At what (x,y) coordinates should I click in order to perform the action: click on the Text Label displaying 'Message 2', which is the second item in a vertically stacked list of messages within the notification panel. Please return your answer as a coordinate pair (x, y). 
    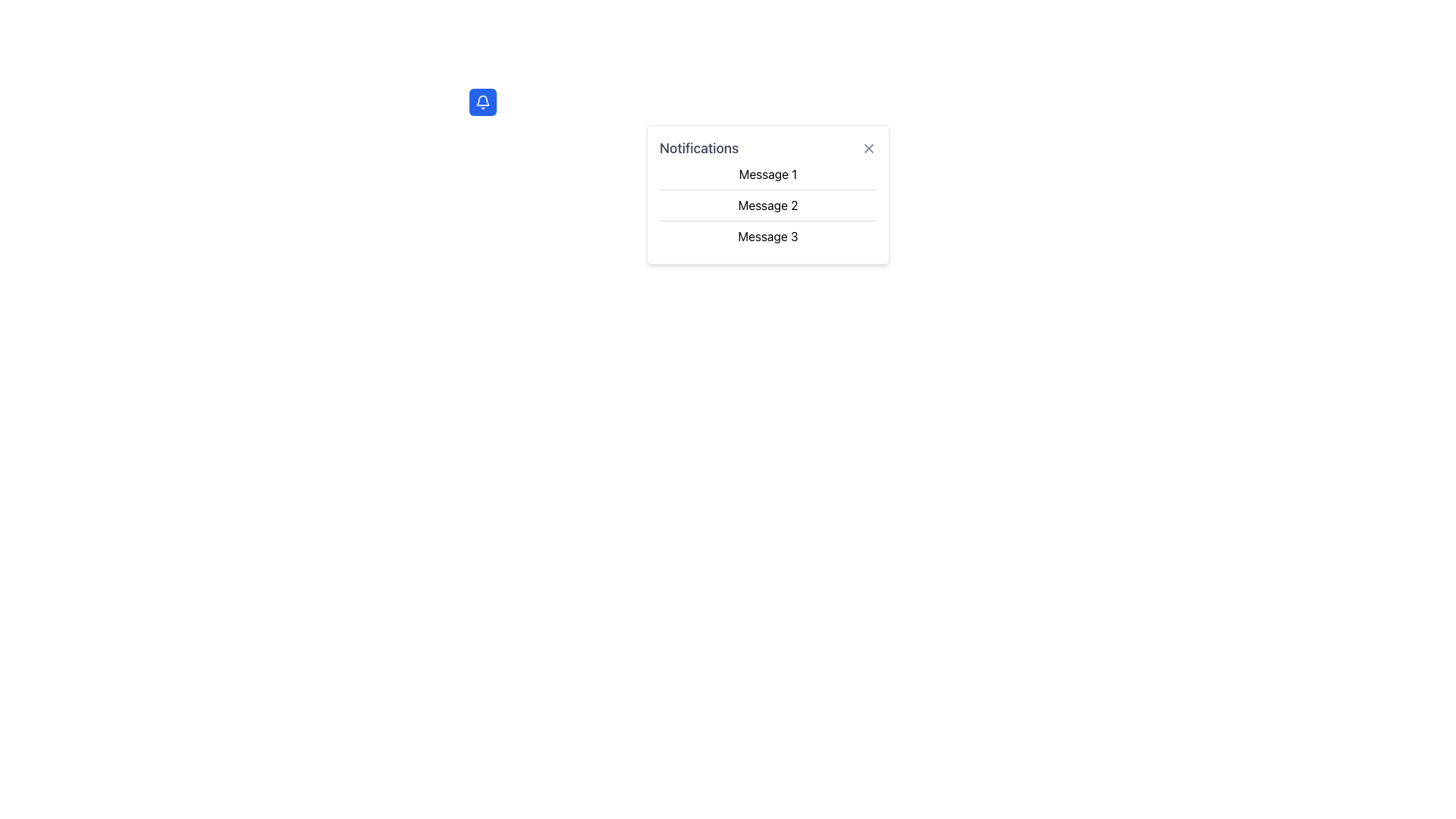
    Looking at the image, I should click on (767, 206).